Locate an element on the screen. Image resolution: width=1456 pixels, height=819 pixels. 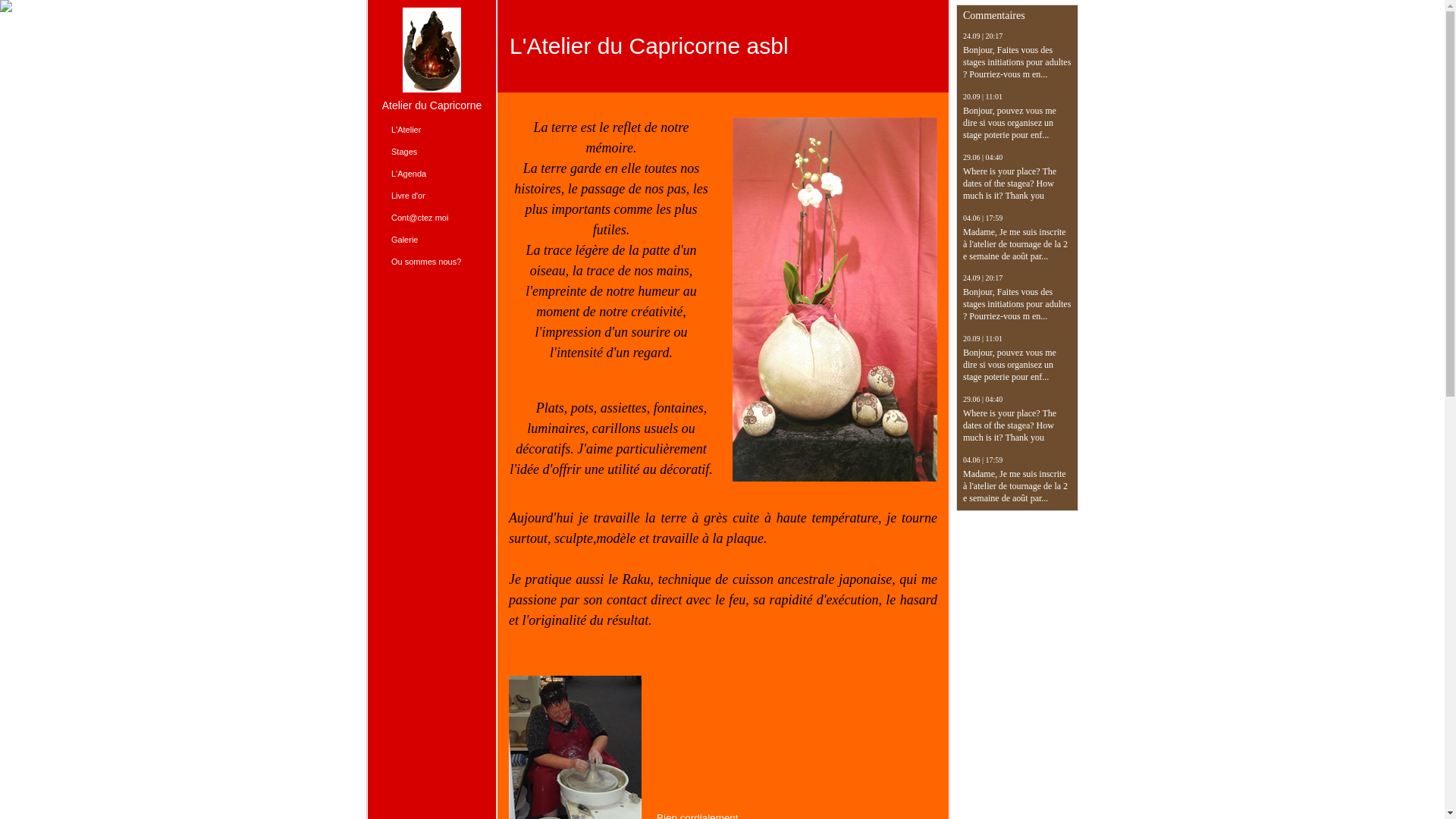
'Galerie' is located at coordinates (431, 239).